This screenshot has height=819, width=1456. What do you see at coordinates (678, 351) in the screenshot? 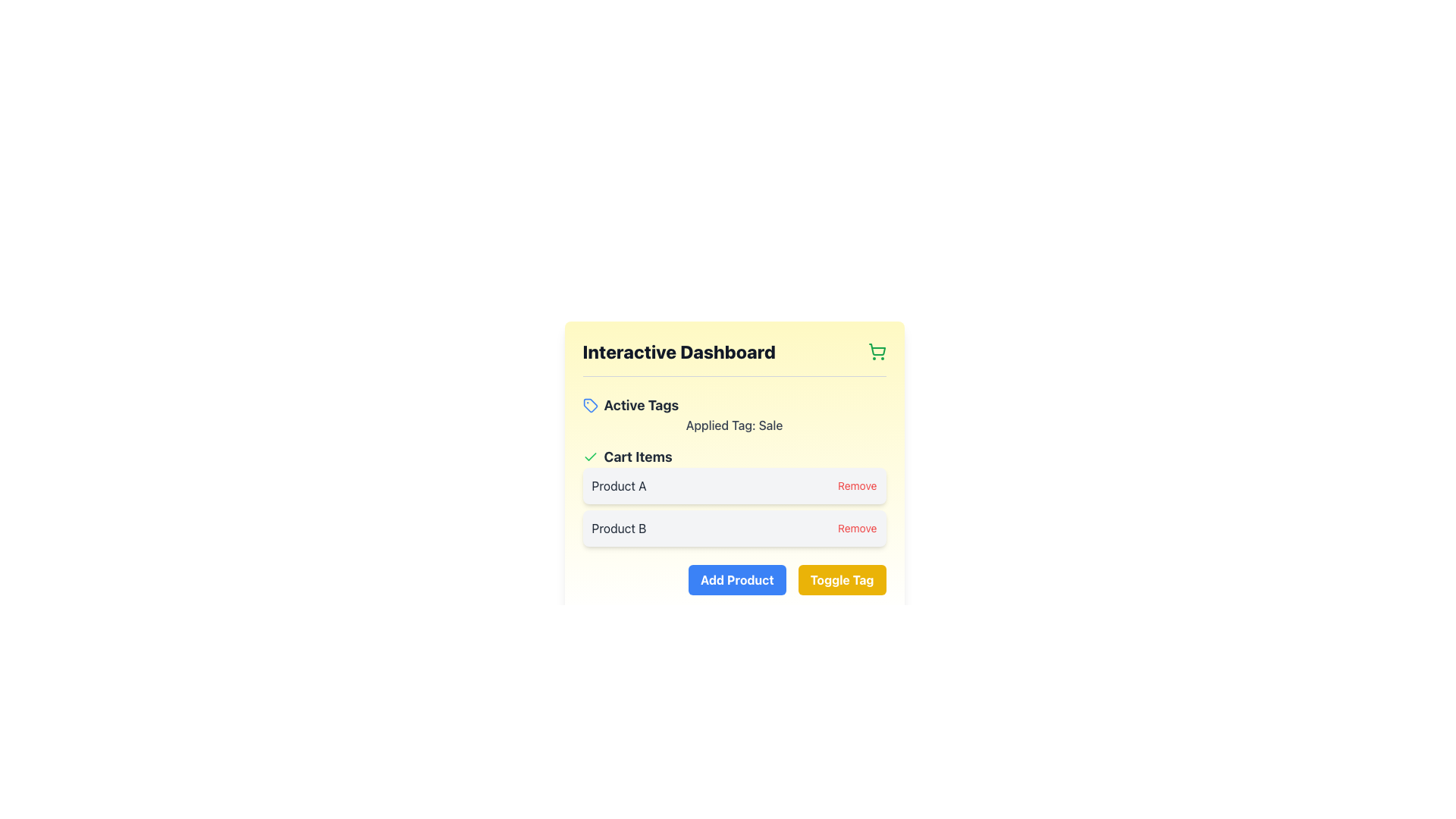
I see `text from the prominent heading or title Text Label positioned on the left side of the section, which serves to indicate the purpose or functionality of the area below` at bounding box center [678, 351].